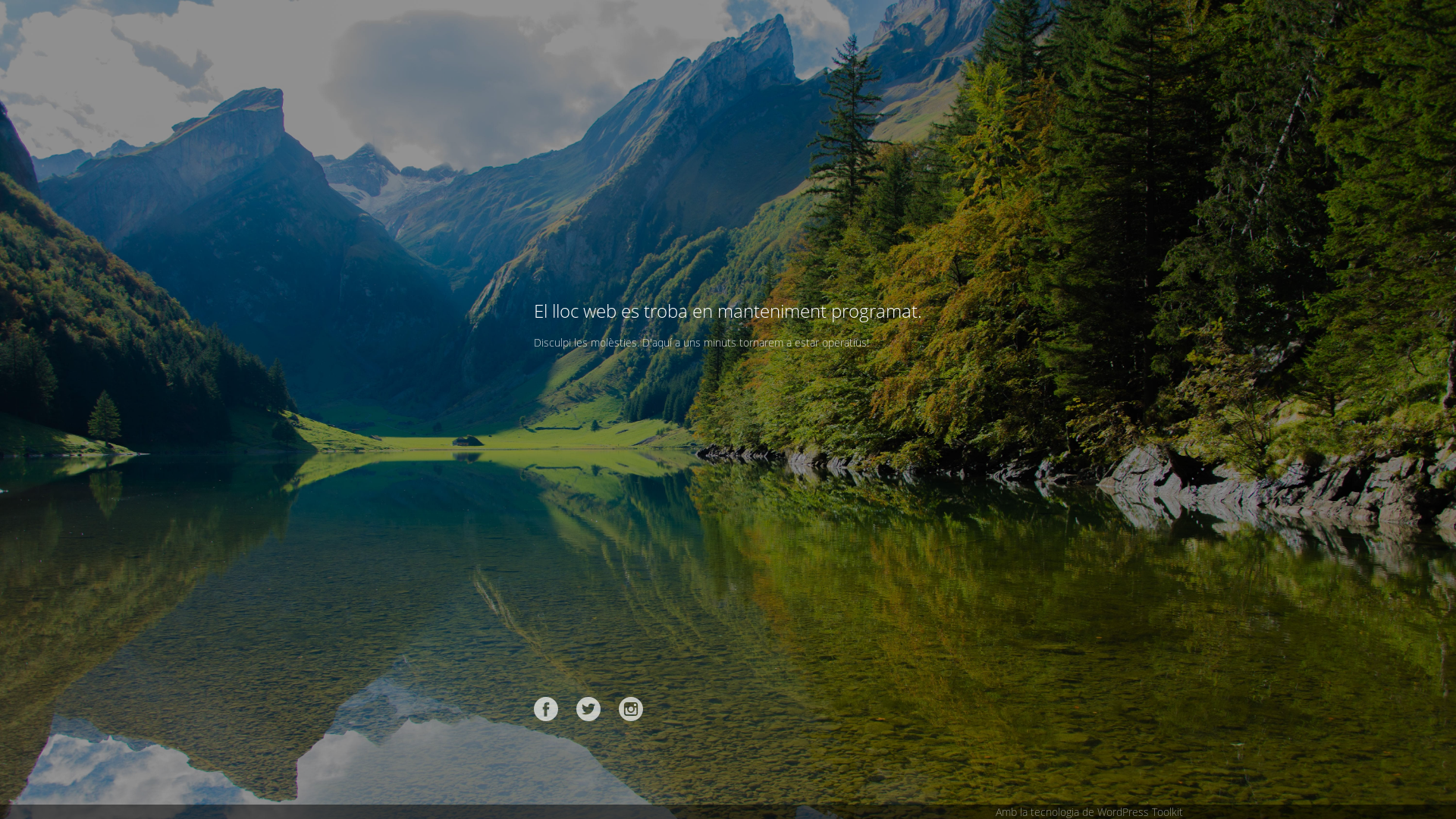 The height and width of the screenshot is (819, 1456). Describe the element at coordinates (630, 708) in the screenshot. I see `'Instagram'` at that location.